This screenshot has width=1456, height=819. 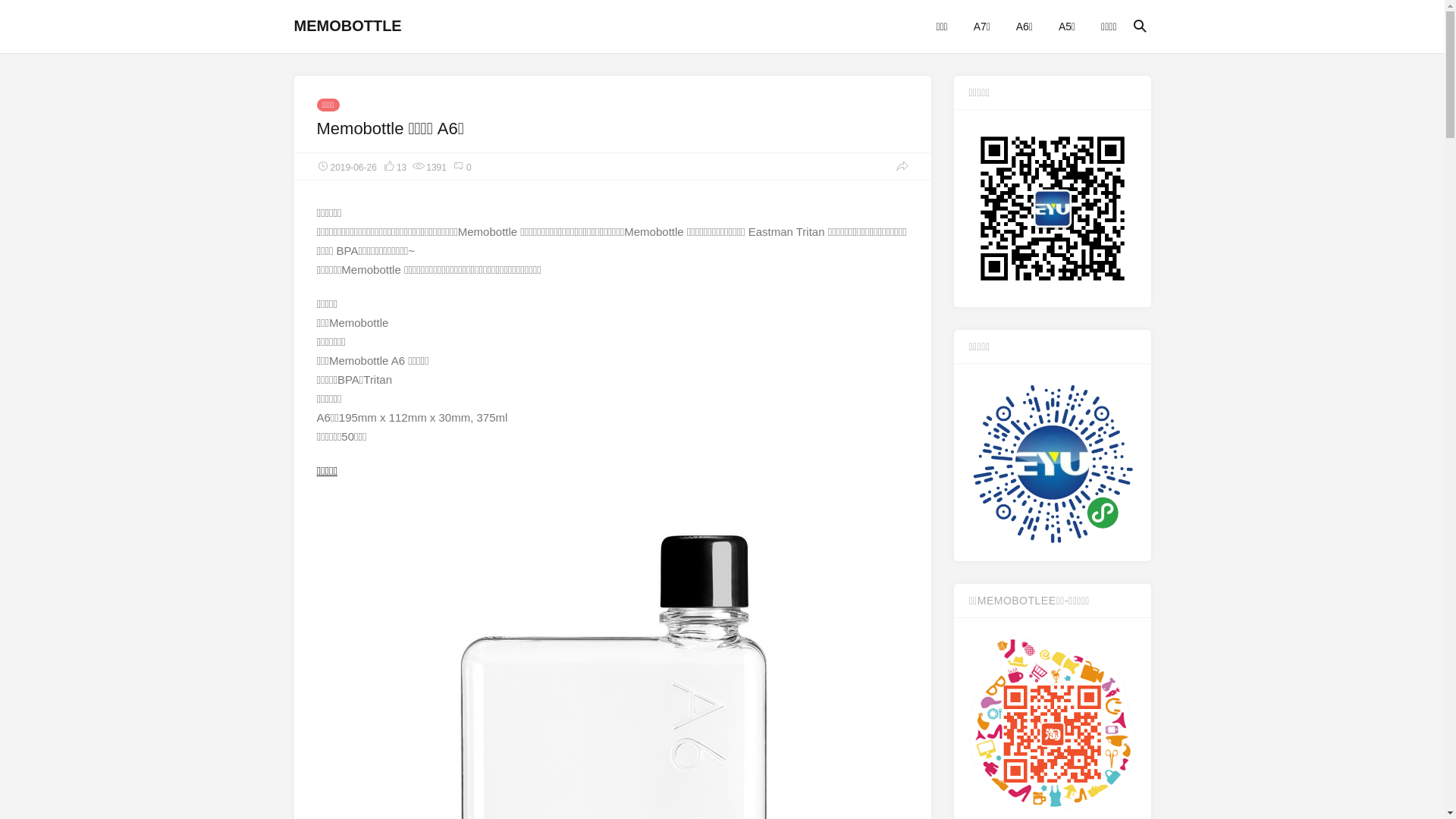 What do you see at coordinates (294, 26) in the screenshot?
I see `'MEMOBOTTLE'` at bounding box center [294, 26].